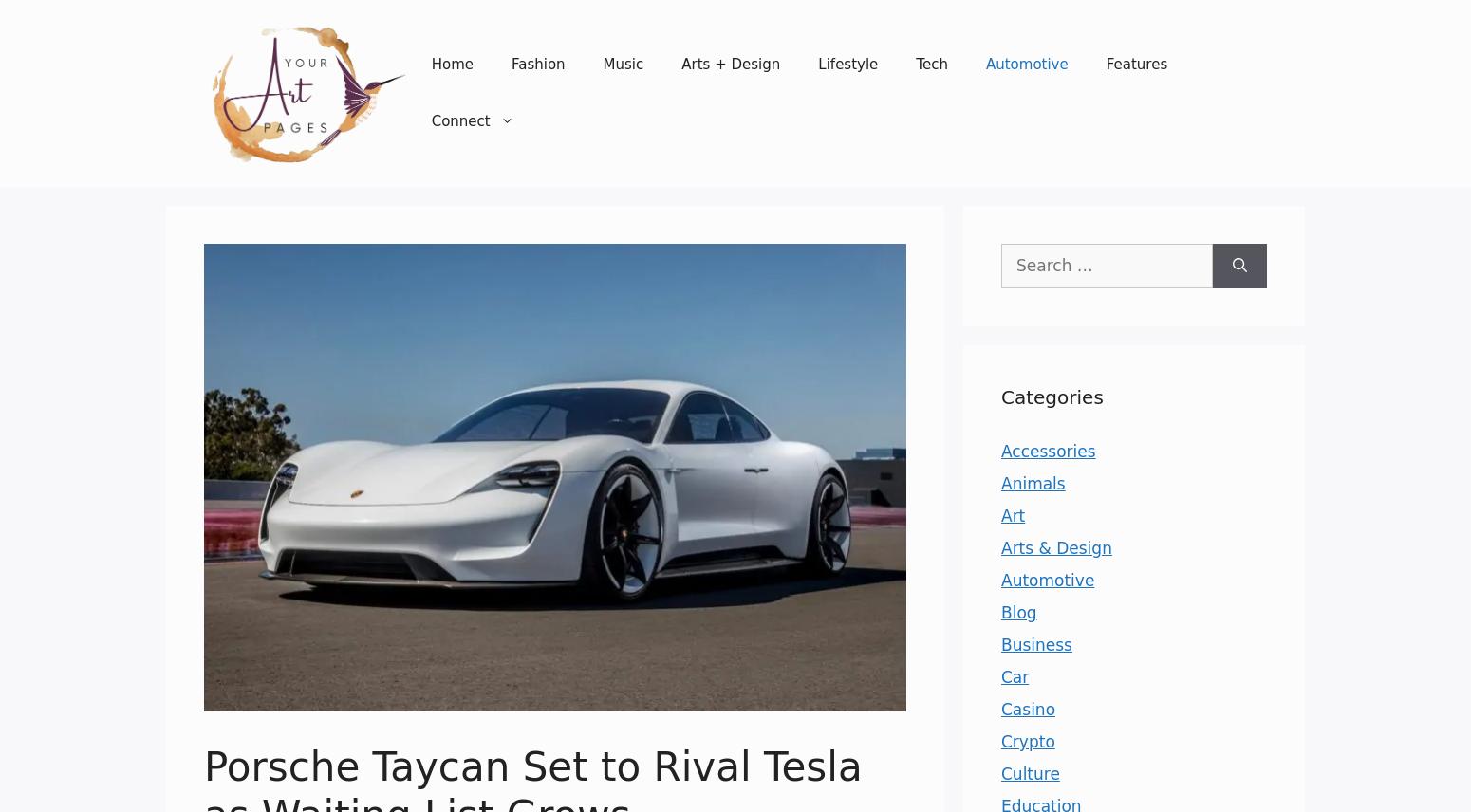  I want to click on 'Crypto', so click(1027, 741).